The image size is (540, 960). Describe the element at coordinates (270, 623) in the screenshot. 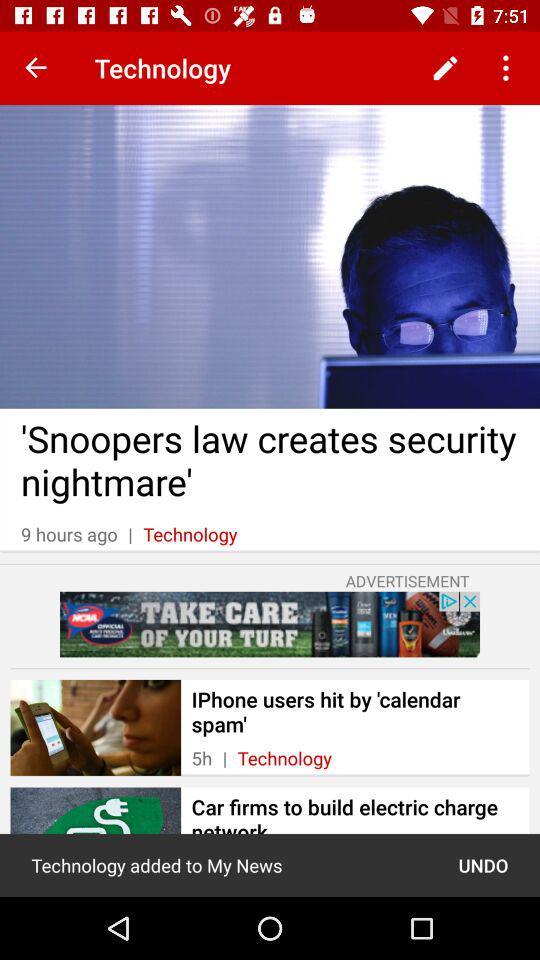

I see `advertise box` at that location.